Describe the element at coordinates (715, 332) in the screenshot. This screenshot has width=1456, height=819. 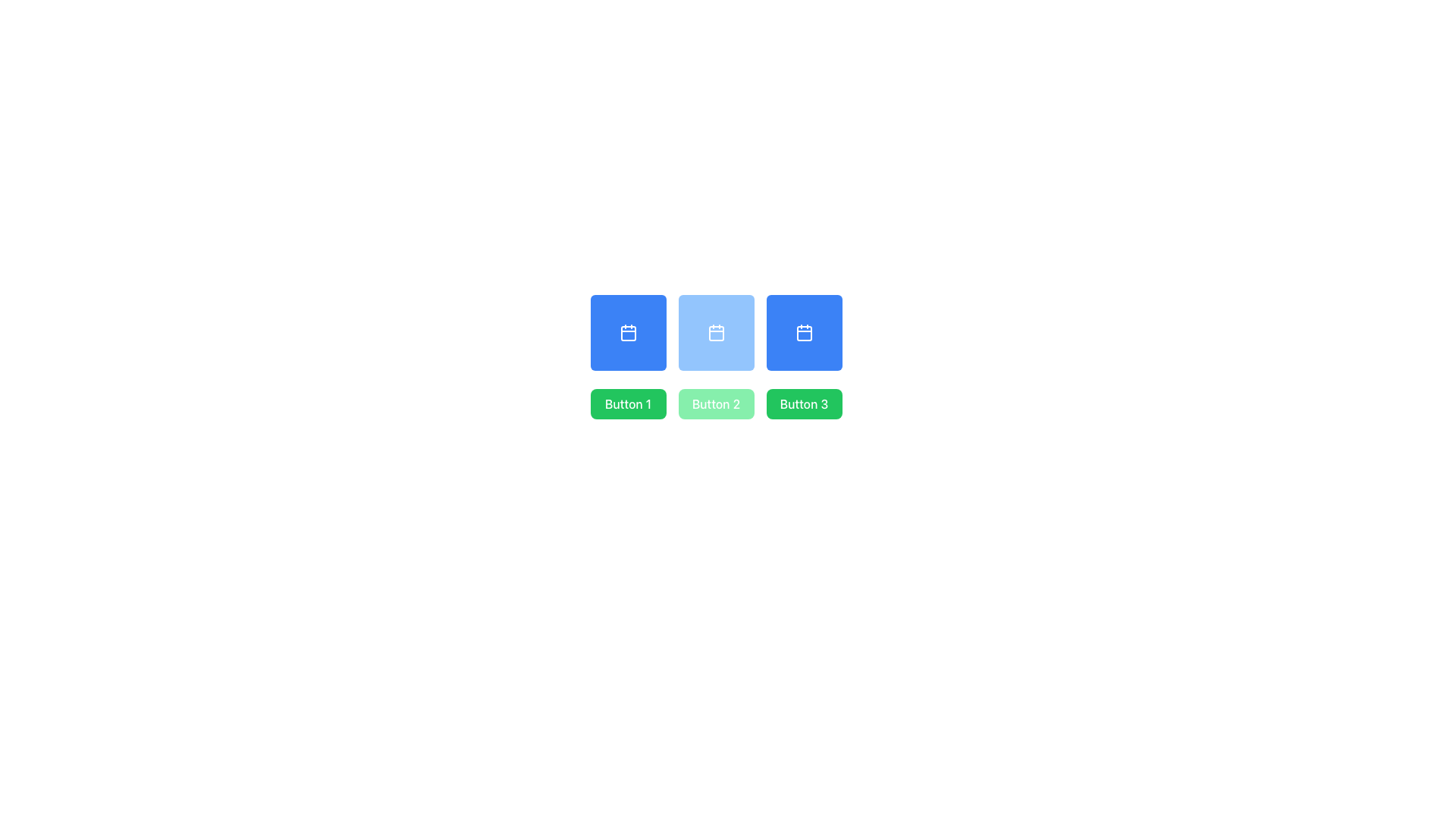
I see `the light blue square button labeled 'Button 2' that features a calendar icon, positioned above a row of texts` at that location.